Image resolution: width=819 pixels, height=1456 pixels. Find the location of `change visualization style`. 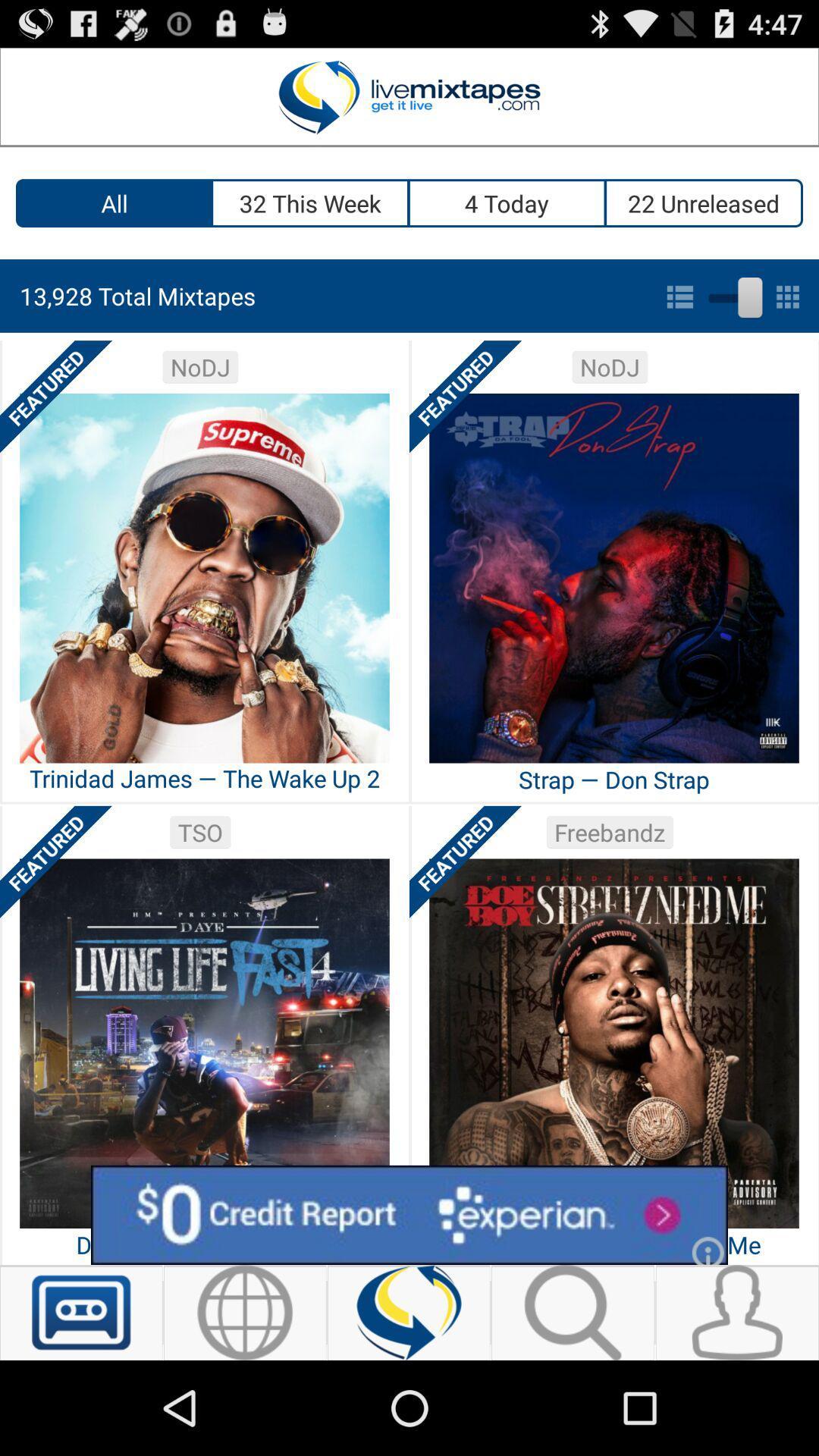

change visualization style is located at coordinates (732, 294).